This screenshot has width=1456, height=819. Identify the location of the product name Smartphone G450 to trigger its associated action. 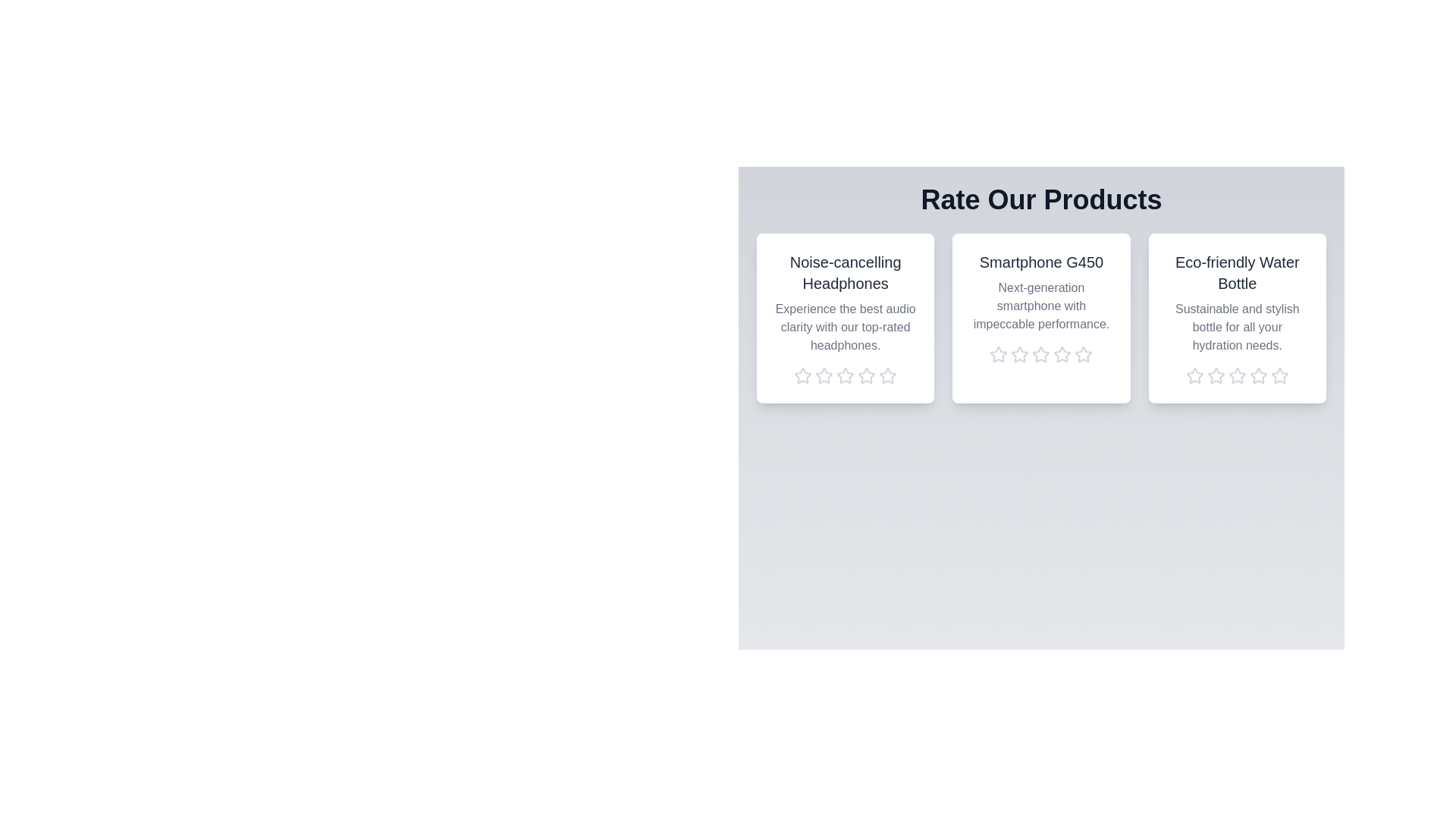
(1040, 262).